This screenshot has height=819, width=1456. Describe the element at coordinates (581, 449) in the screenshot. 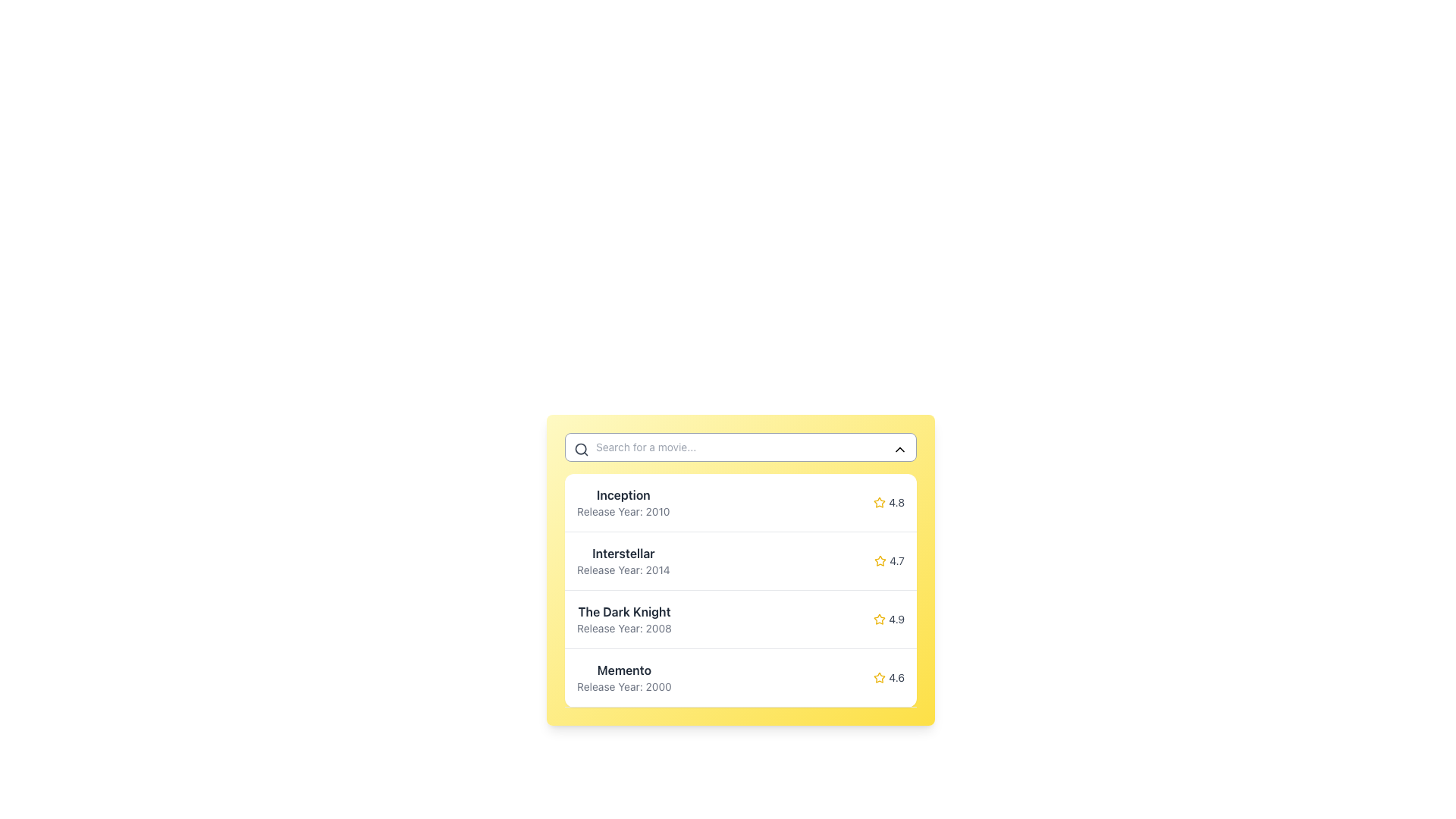

I see `the gray magnifying glass icon located at the far left inside the search bar` at that location.